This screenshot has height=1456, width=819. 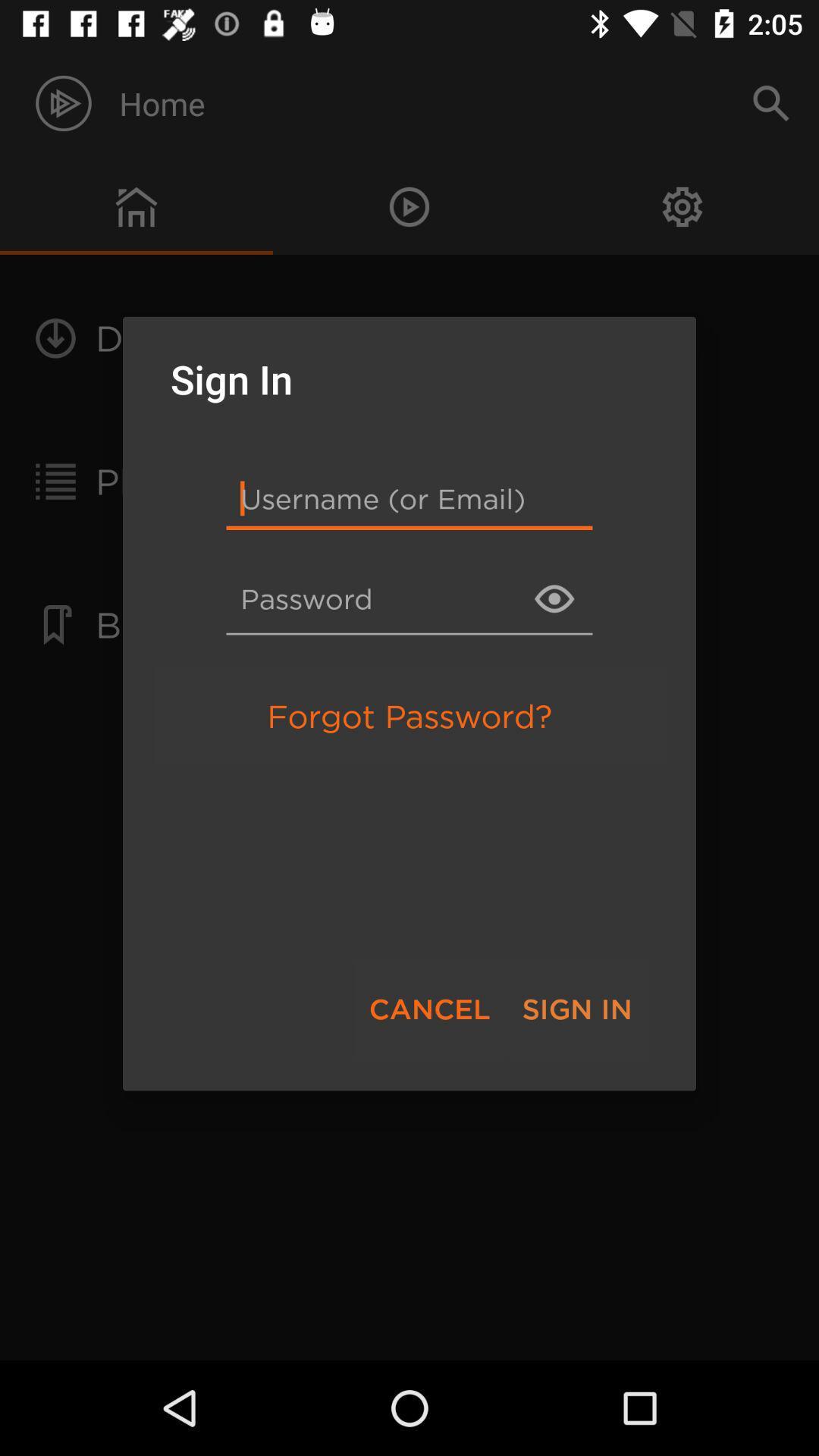 What do you see at coordinates (429, 1009) in the screenshot?
I see `item at the bottom` at bounding box center [429, 1009].